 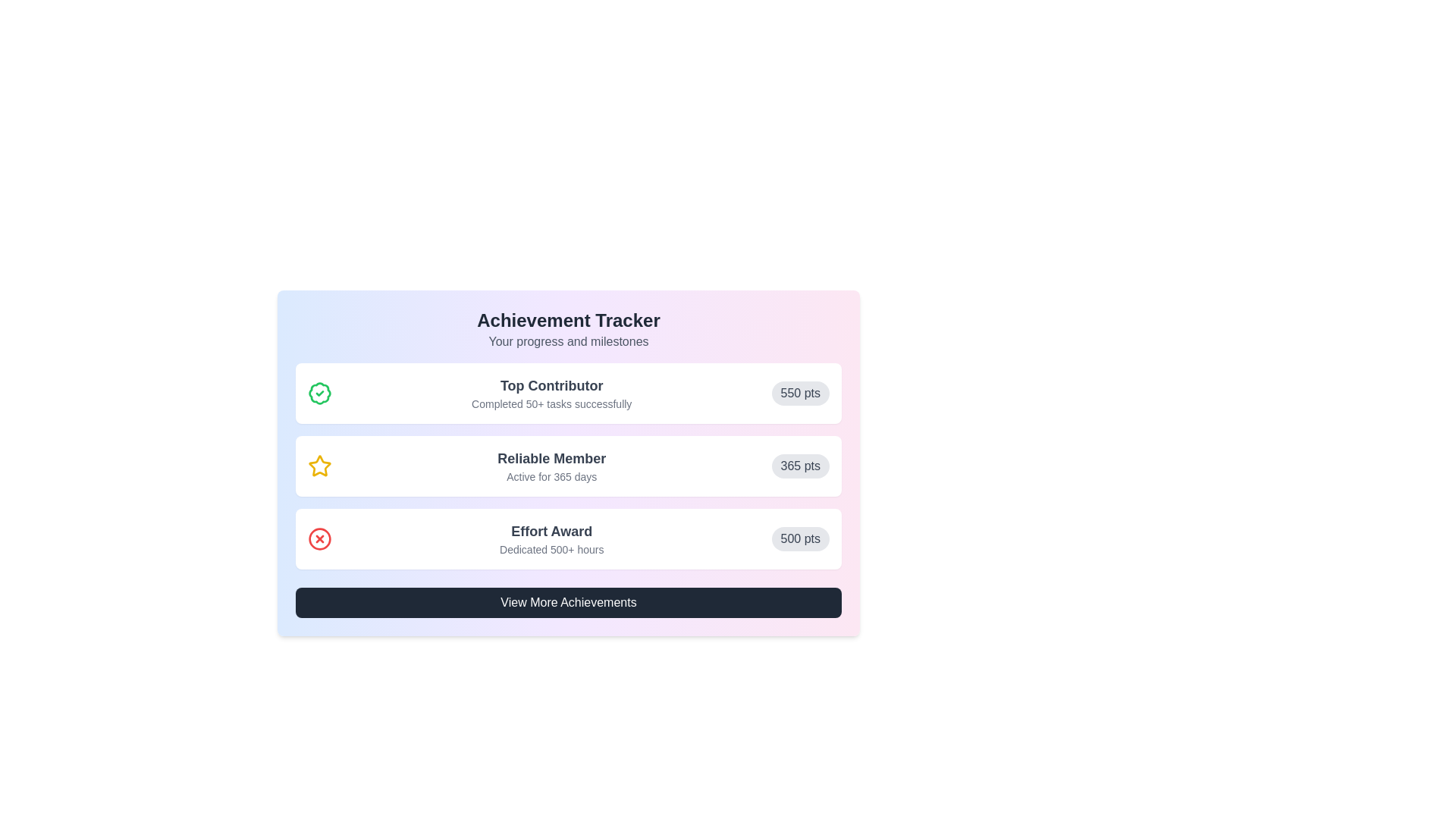 What do you see at coordinates (319, 465) in the screenshot?
I see `the star icon that signifies the 'Reliable Member' achievement, which is positioned above the text 'Reliable Member' and 'Active for 365 days'` at bounding box center [319, 465].